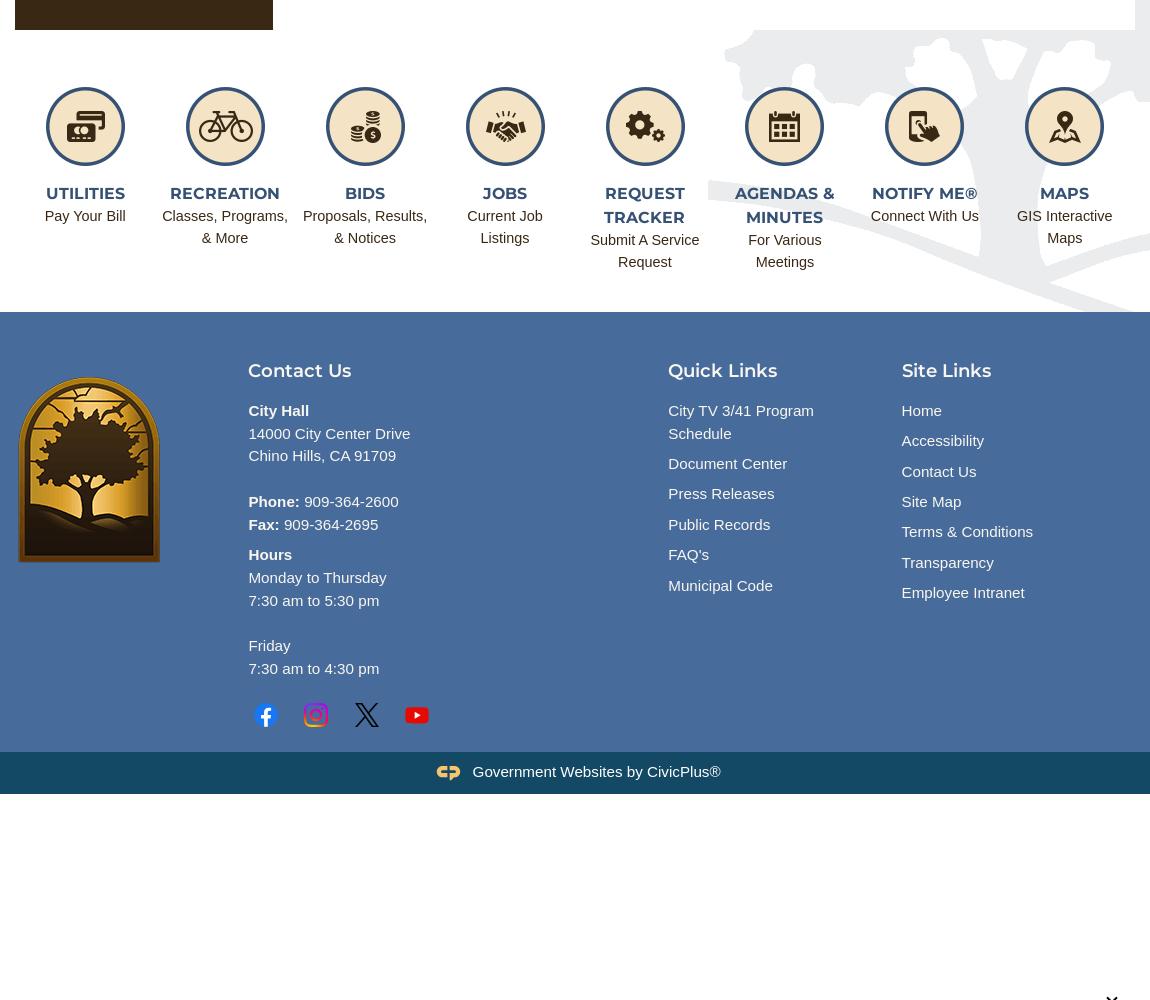  Describe the element at coordinates (942, 439) in the screenshot. I see `'Accessibility'` at that location.